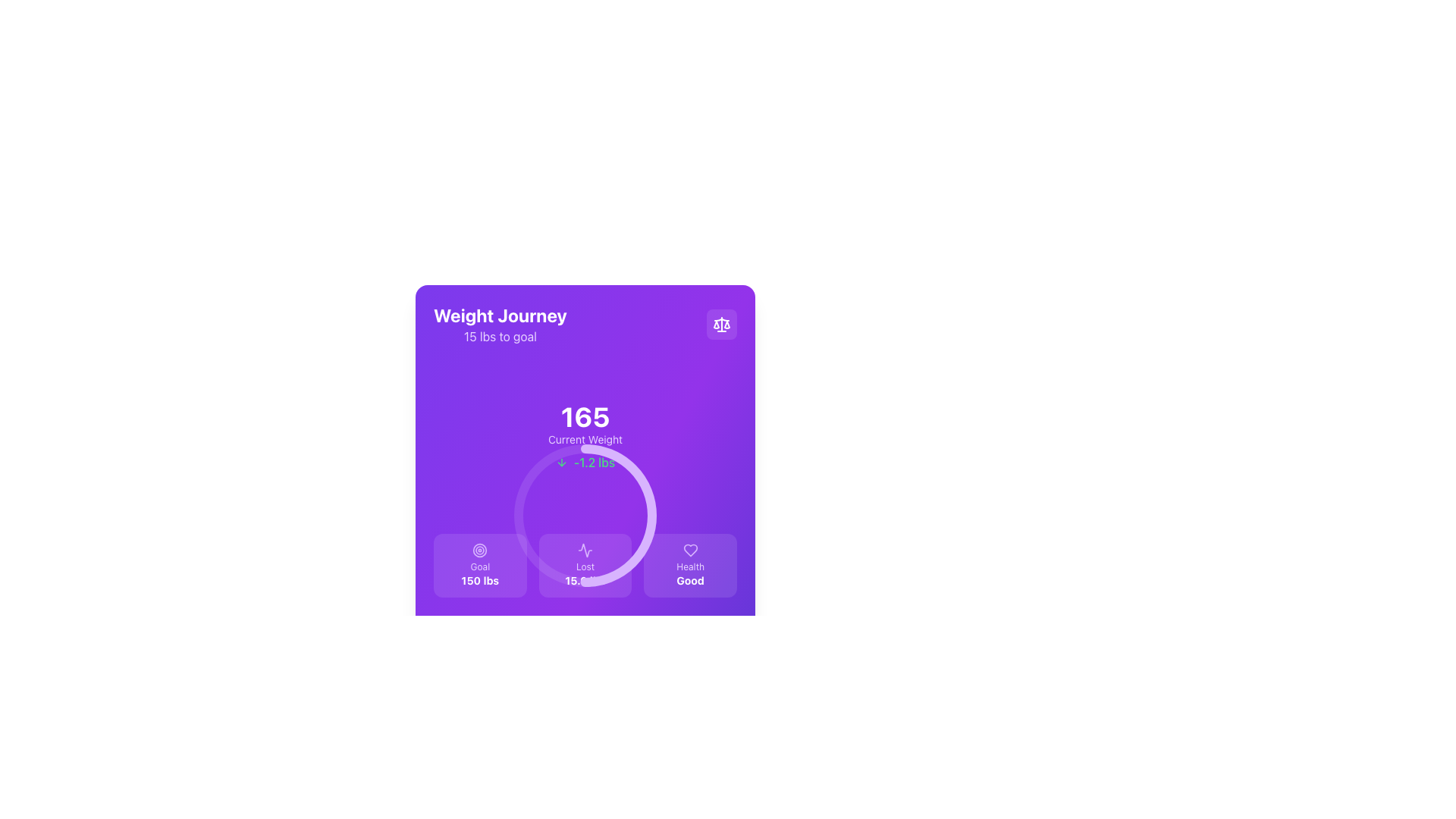 The width and height of the screenshot is (1456, 819). Describe the element at coordinates (479, 550) in the screenshot. I see `the graphical SVG element located at the center of the circular icon in the bottom-left corner of the weight management card` at that location.